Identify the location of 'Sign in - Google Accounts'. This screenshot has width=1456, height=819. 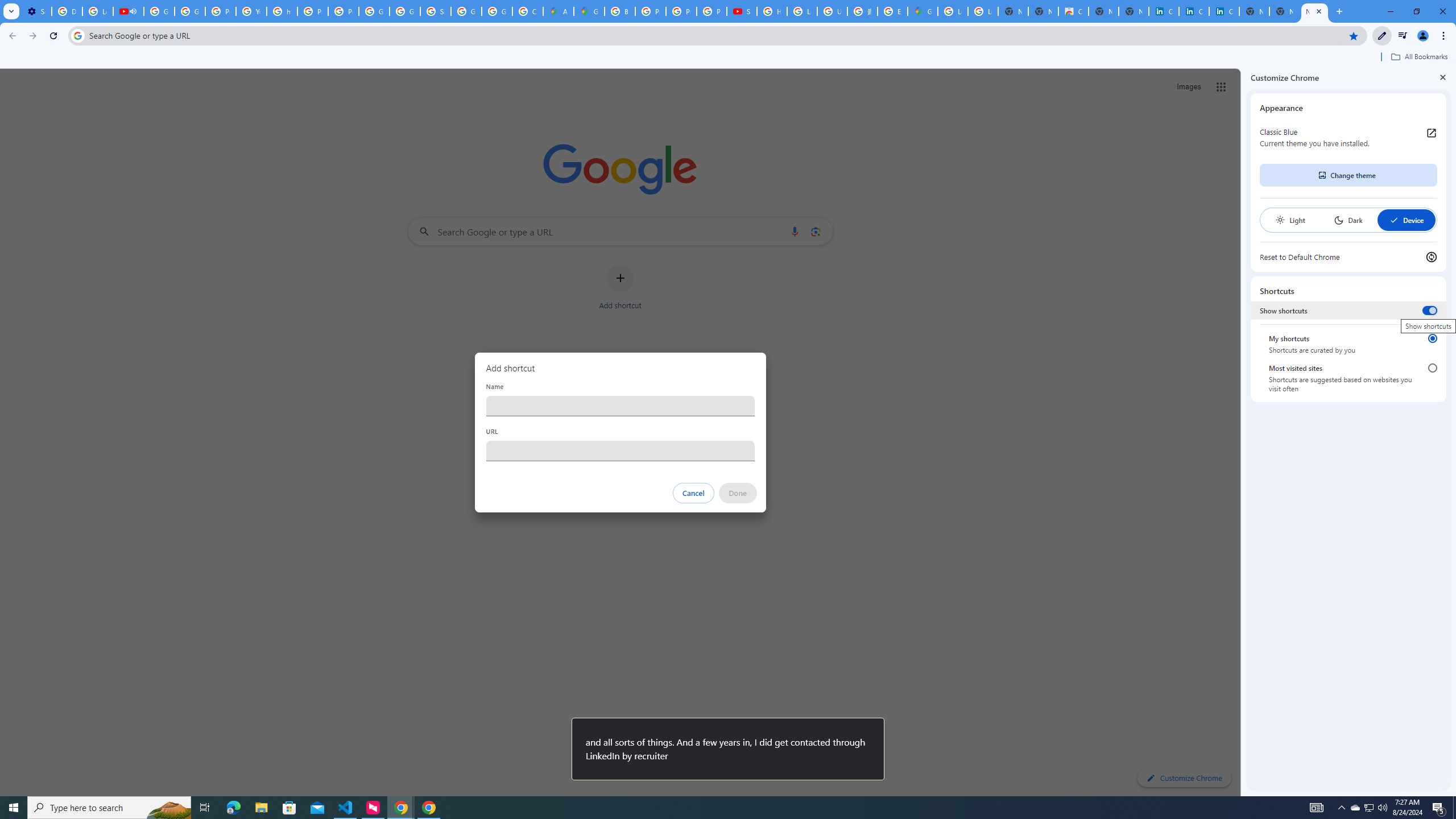
(435, 11).